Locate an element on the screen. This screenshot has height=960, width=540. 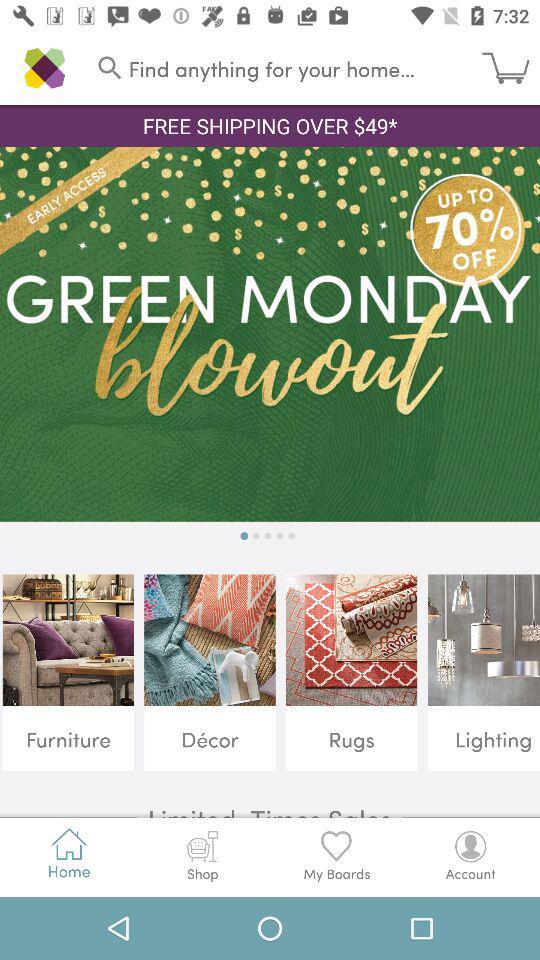
this area is located at coordinates (270, 334).